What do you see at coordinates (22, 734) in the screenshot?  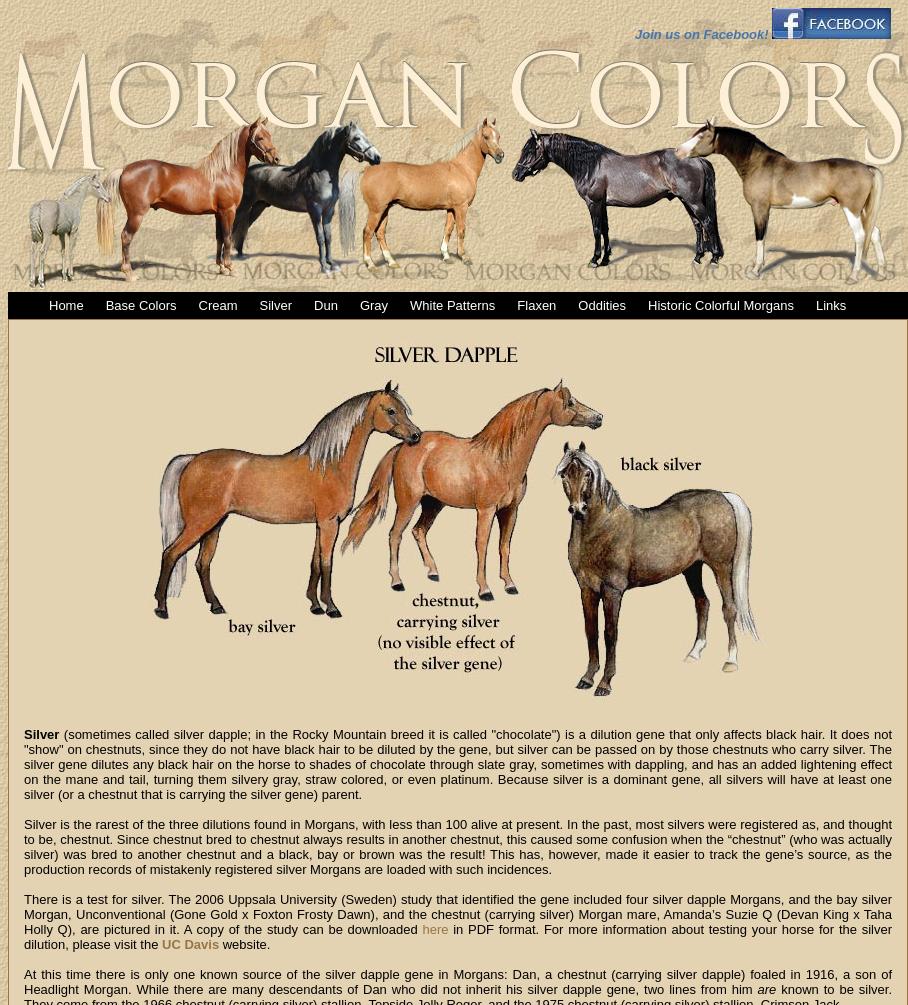 I see `'Silver'` at bounding box center [22, 734].